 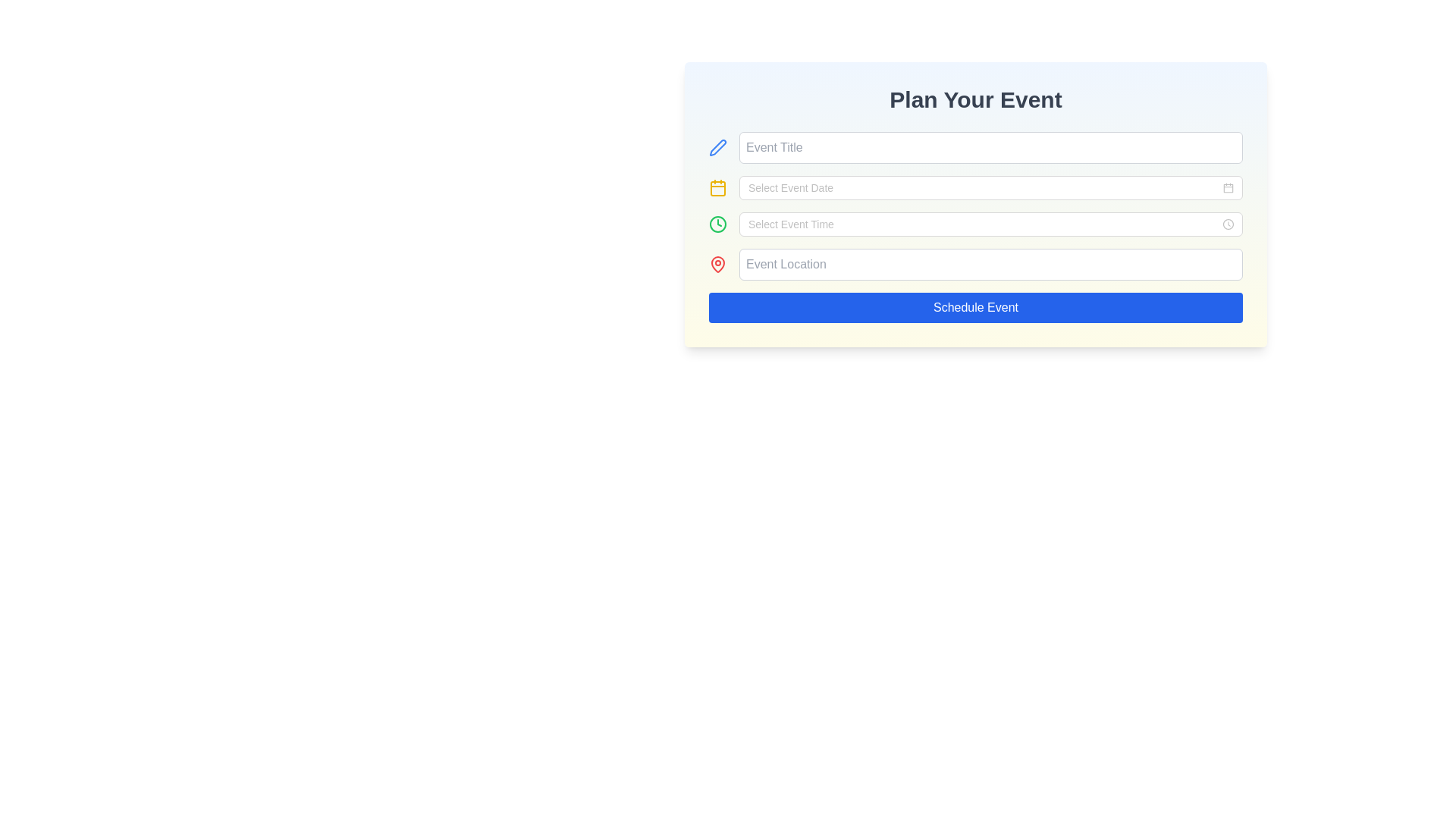 I want to click on the calendar icon located, so click(x=1228, y=187).